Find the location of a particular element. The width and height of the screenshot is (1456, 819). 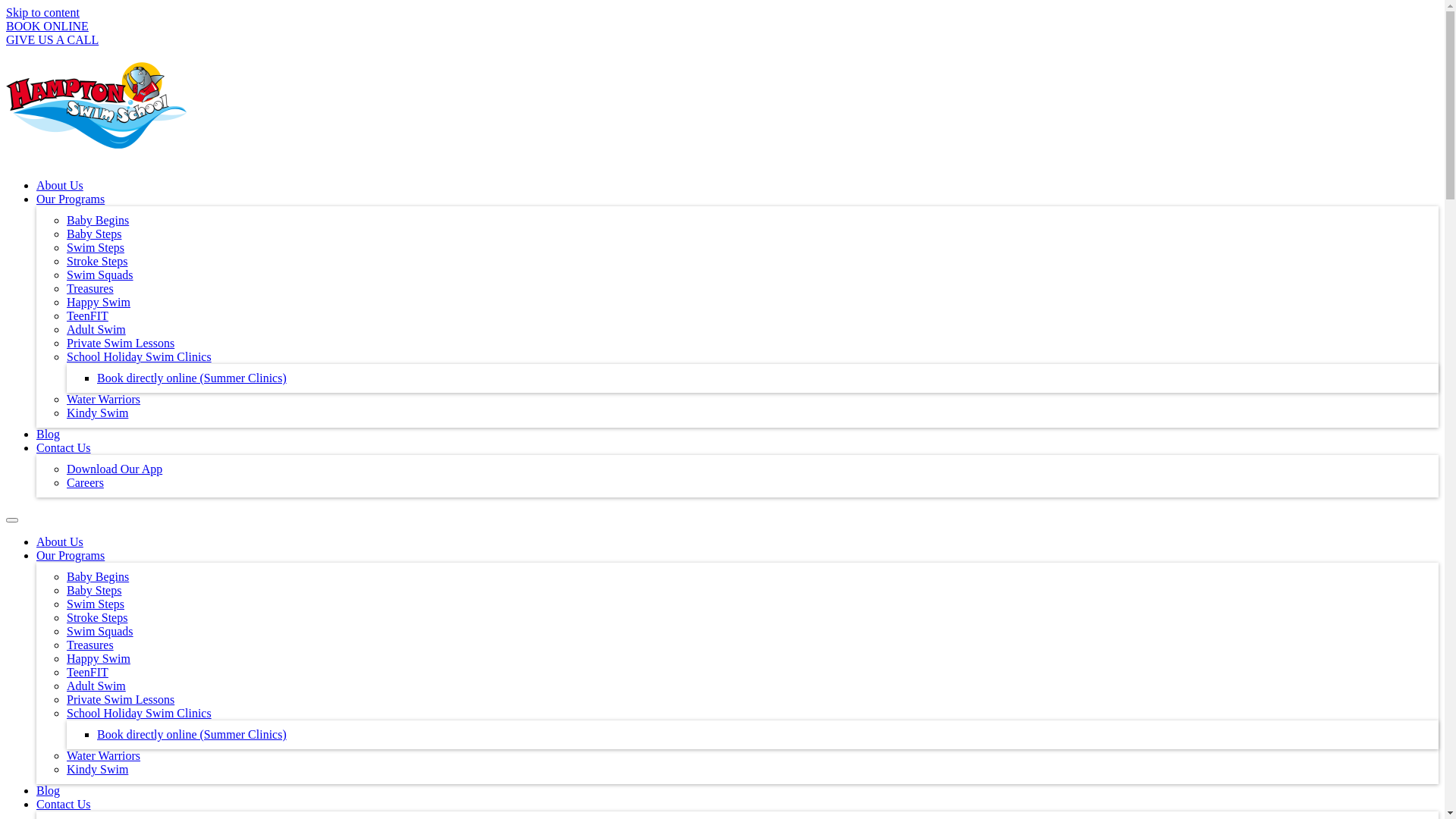

'Contact Us' is located at coordinates (36, 803).